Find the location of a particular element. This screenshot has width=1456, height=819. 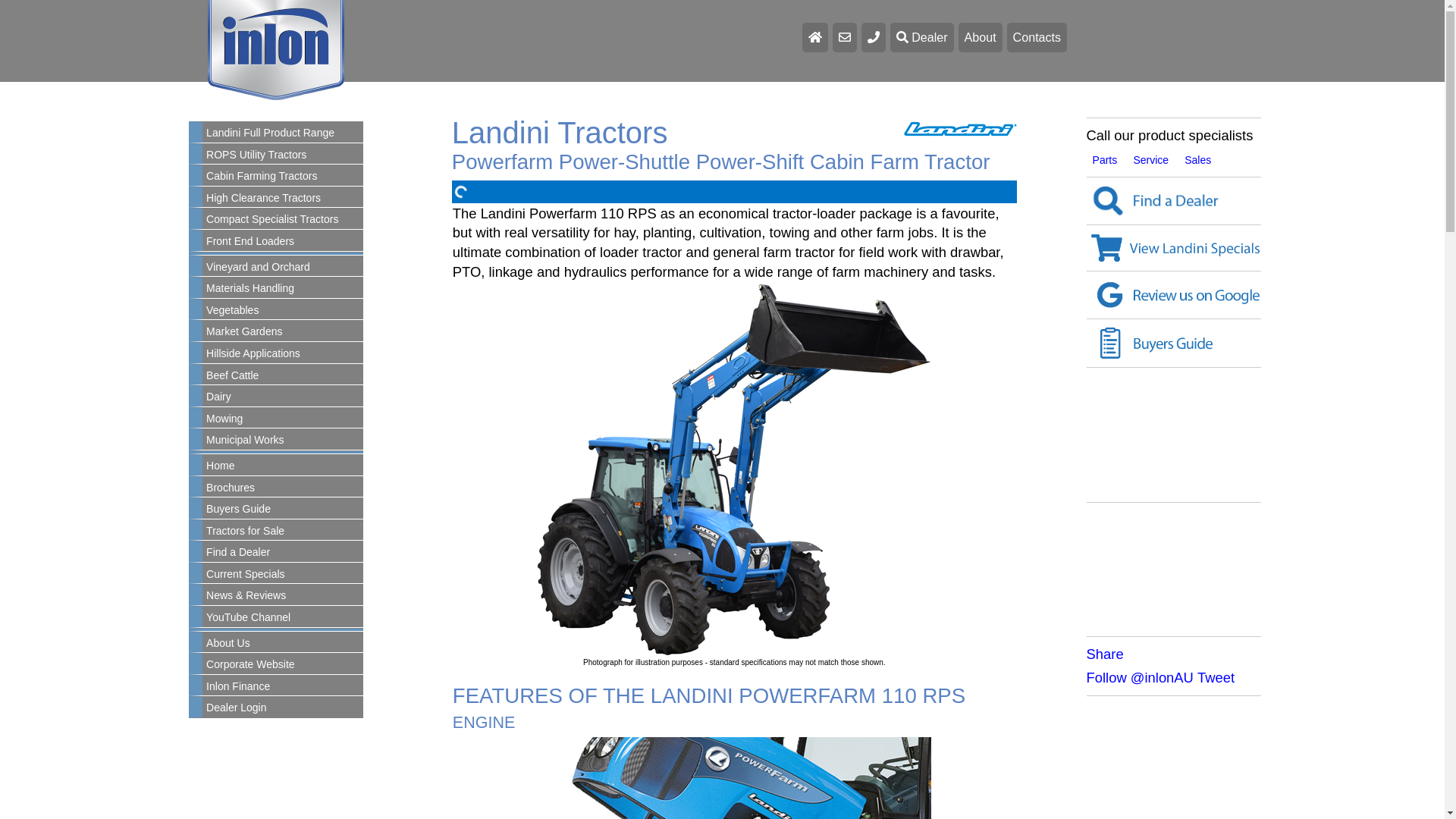

'Corporate Website' is located at coordinates (283, 664).